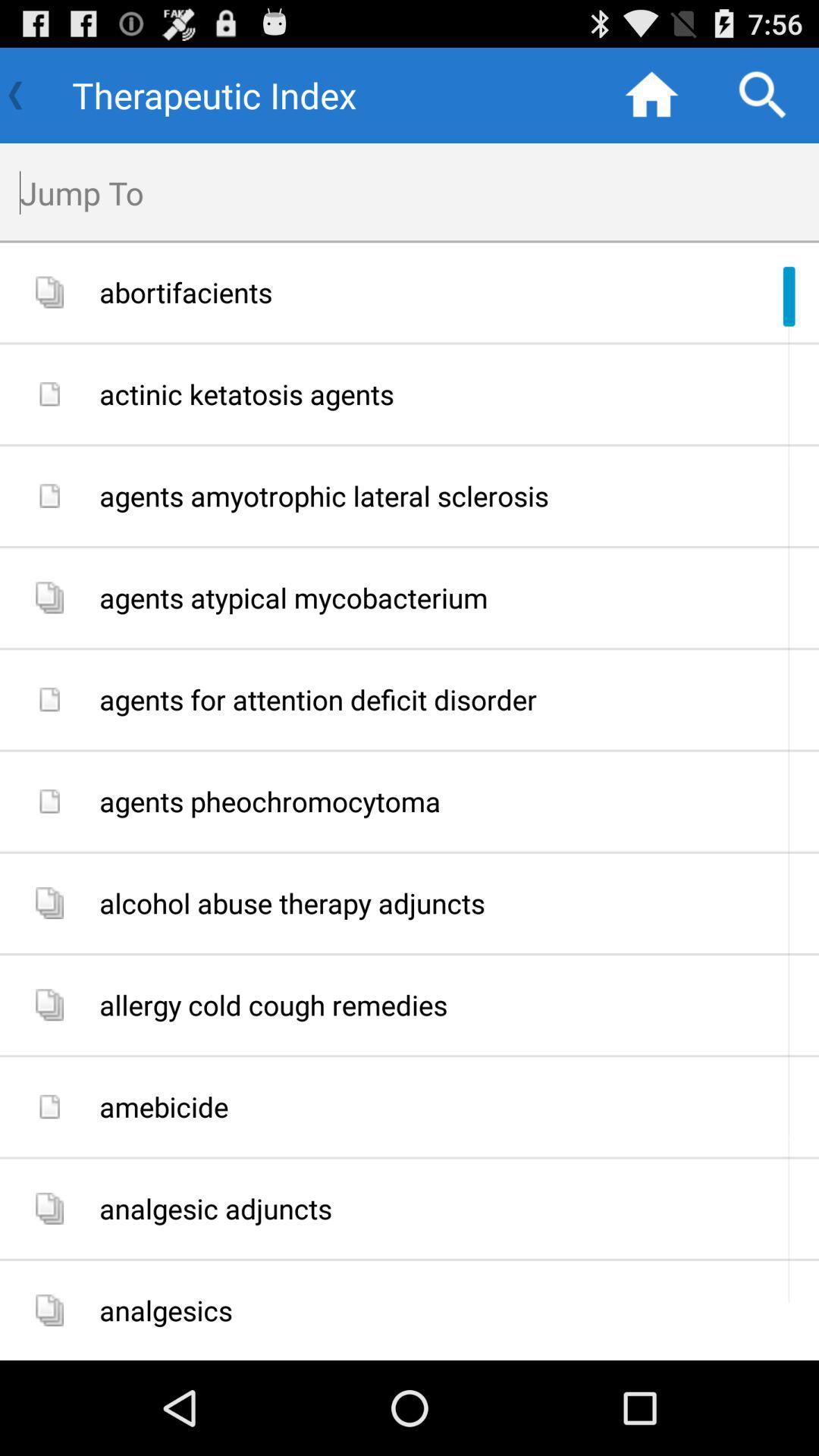  What do you see at coordinates (49, 597) in the screenshot?
I see `the 4th icon from the top` at bounding box center [49, 597].